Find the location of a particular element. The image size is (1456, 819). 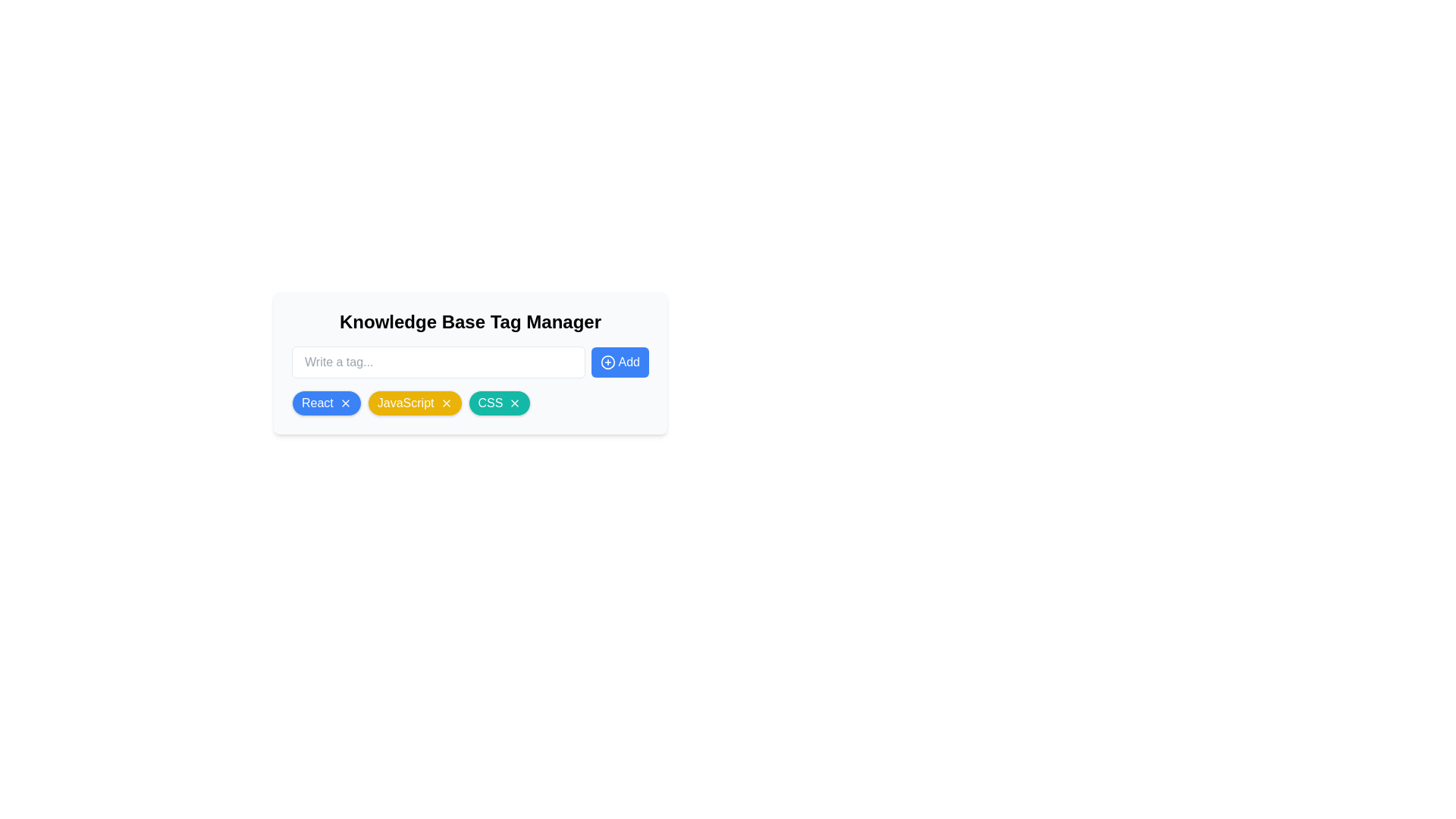

the close icon on the blue rounded button labeled 'React' is located at coordinates (325, 403).